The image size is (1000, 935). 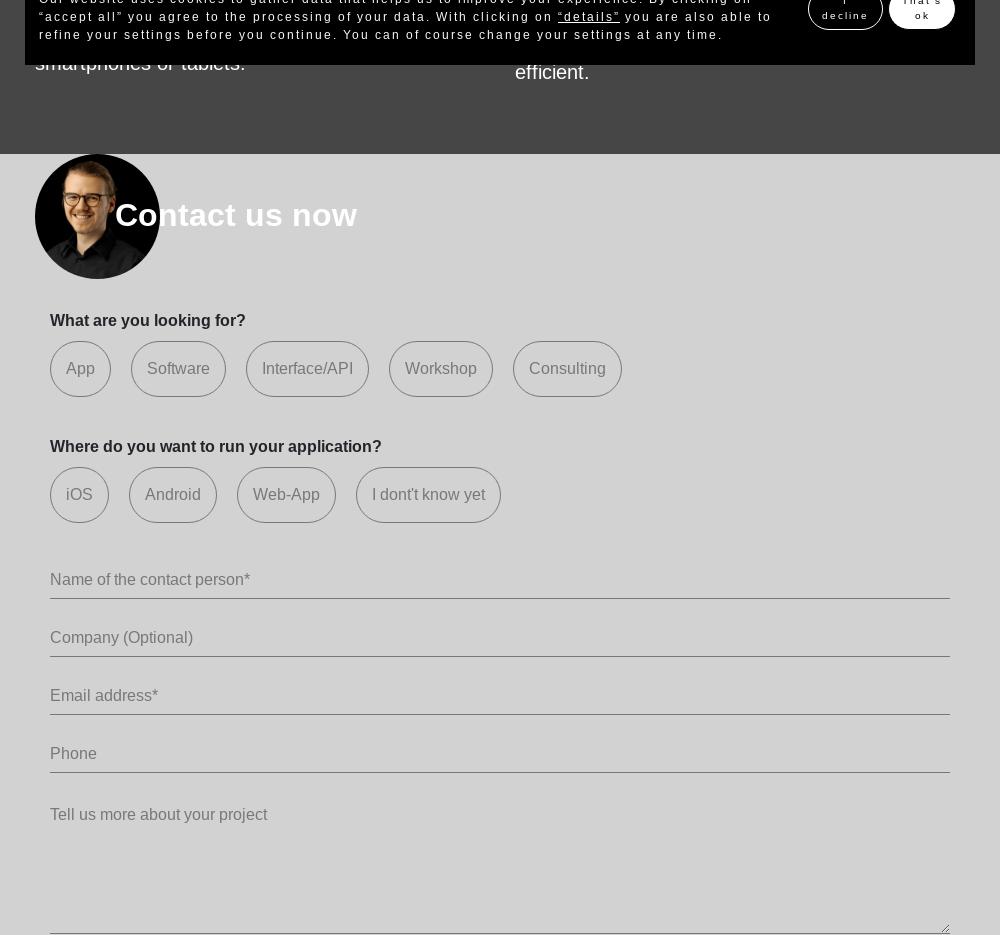 What do you see at coordinates (253, 493) in the screenshot?
I see `'Web-App'` at bounding box center [253, 493].